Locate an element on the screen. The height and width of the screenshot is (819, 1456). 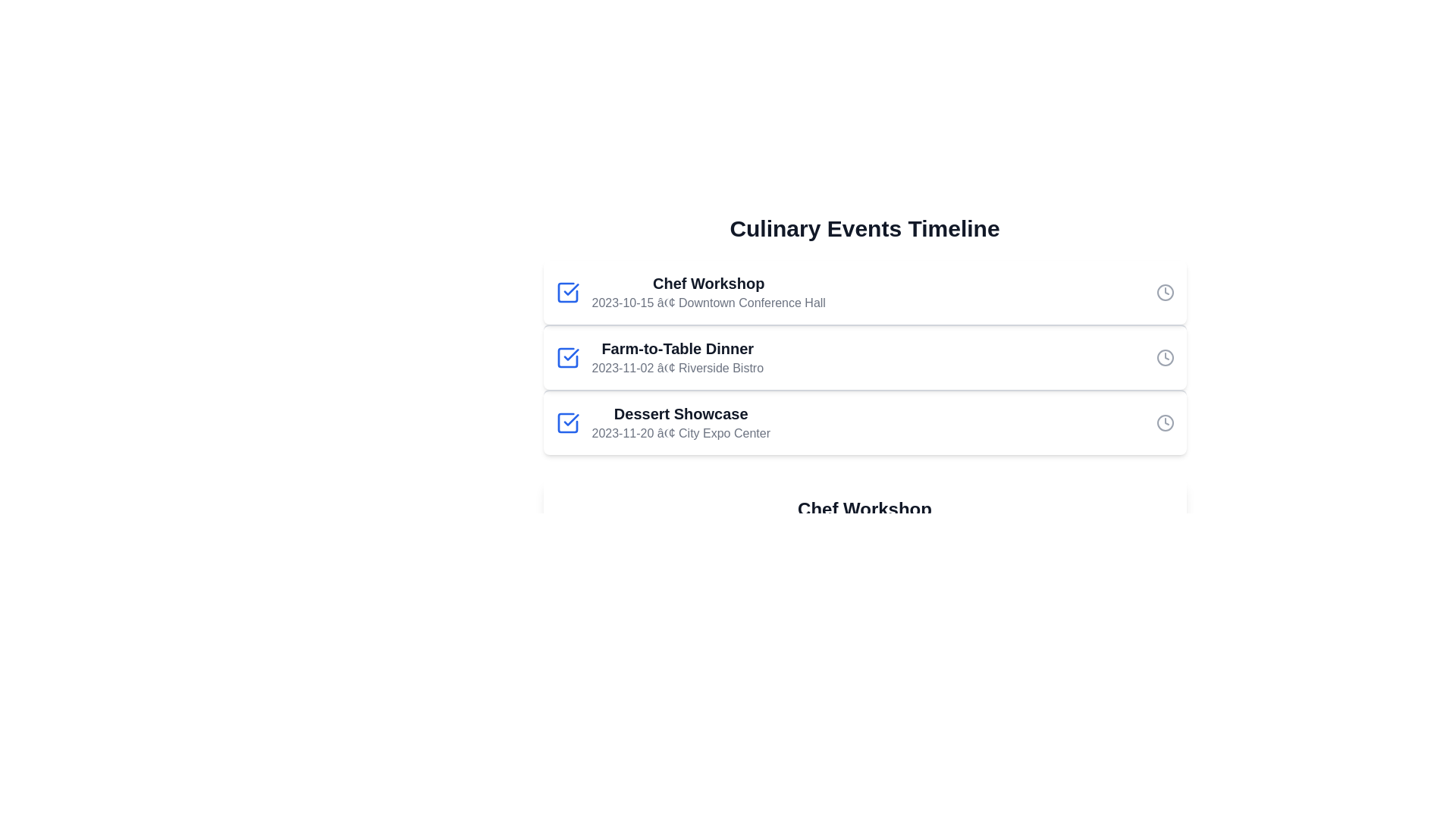
the header text element displaying 'Chef Workshop', which is styled in bold and large font, located at the center of its section is located at coordinates (864, 509).